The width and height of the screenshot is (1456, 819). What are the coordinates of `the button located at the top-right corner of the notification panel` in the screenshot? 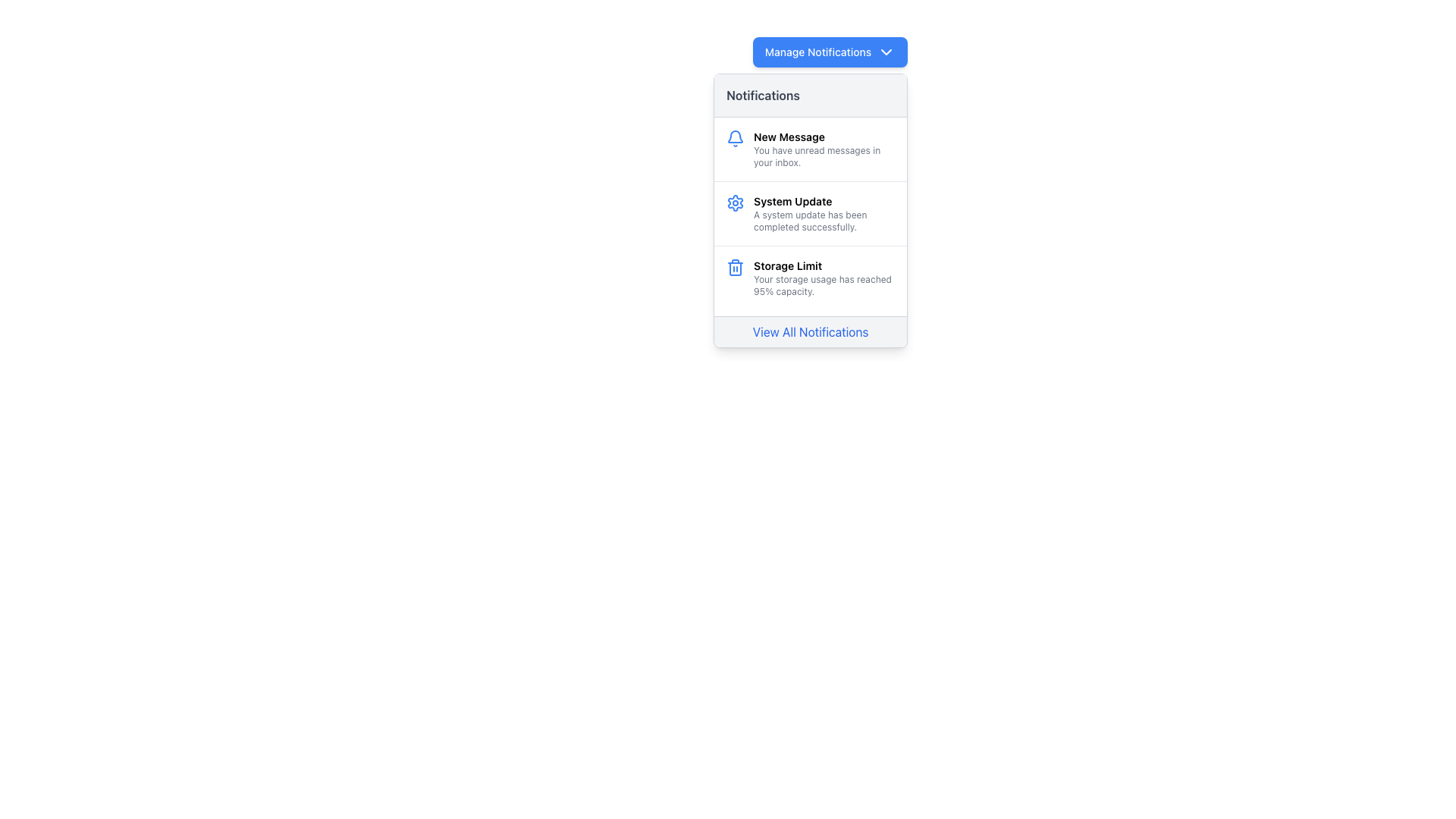 It's located at (829, 52).